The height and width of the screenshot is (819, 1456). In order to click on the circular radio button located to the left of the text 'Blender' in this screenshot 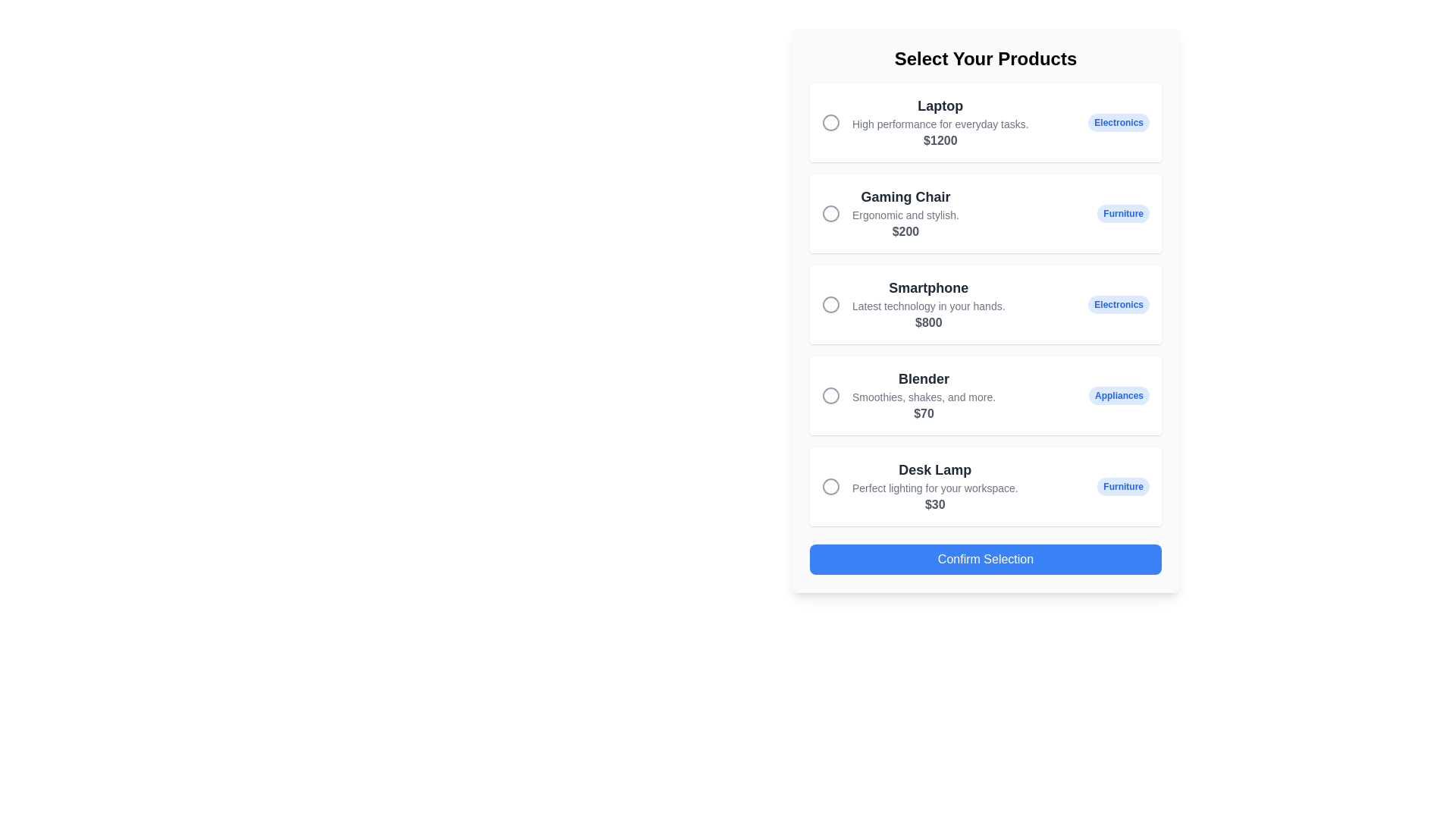, I will do `click(830, 394)`.